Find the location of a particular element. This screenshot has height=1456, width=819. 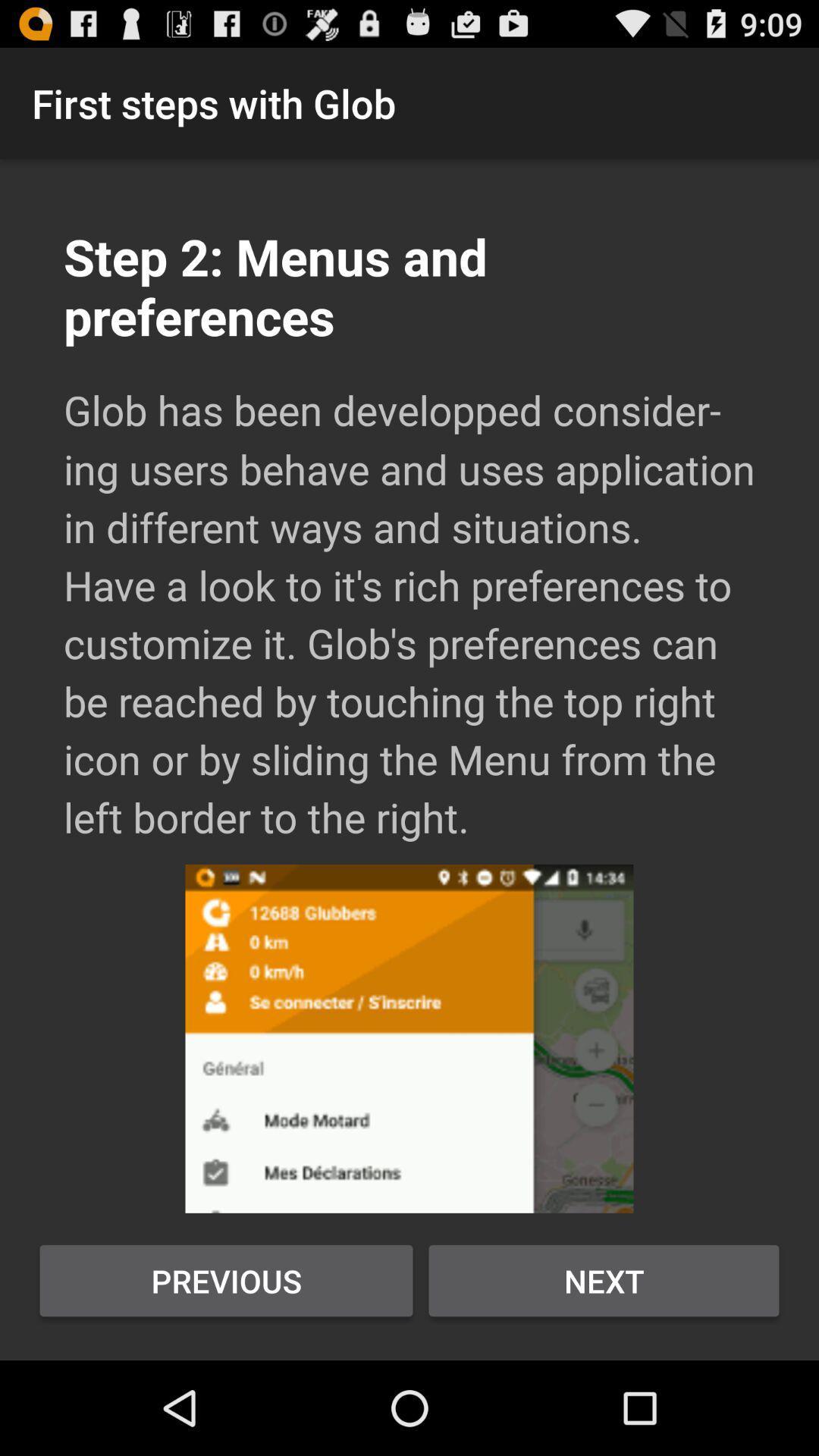

next button is located at coordinates (603, 1280).